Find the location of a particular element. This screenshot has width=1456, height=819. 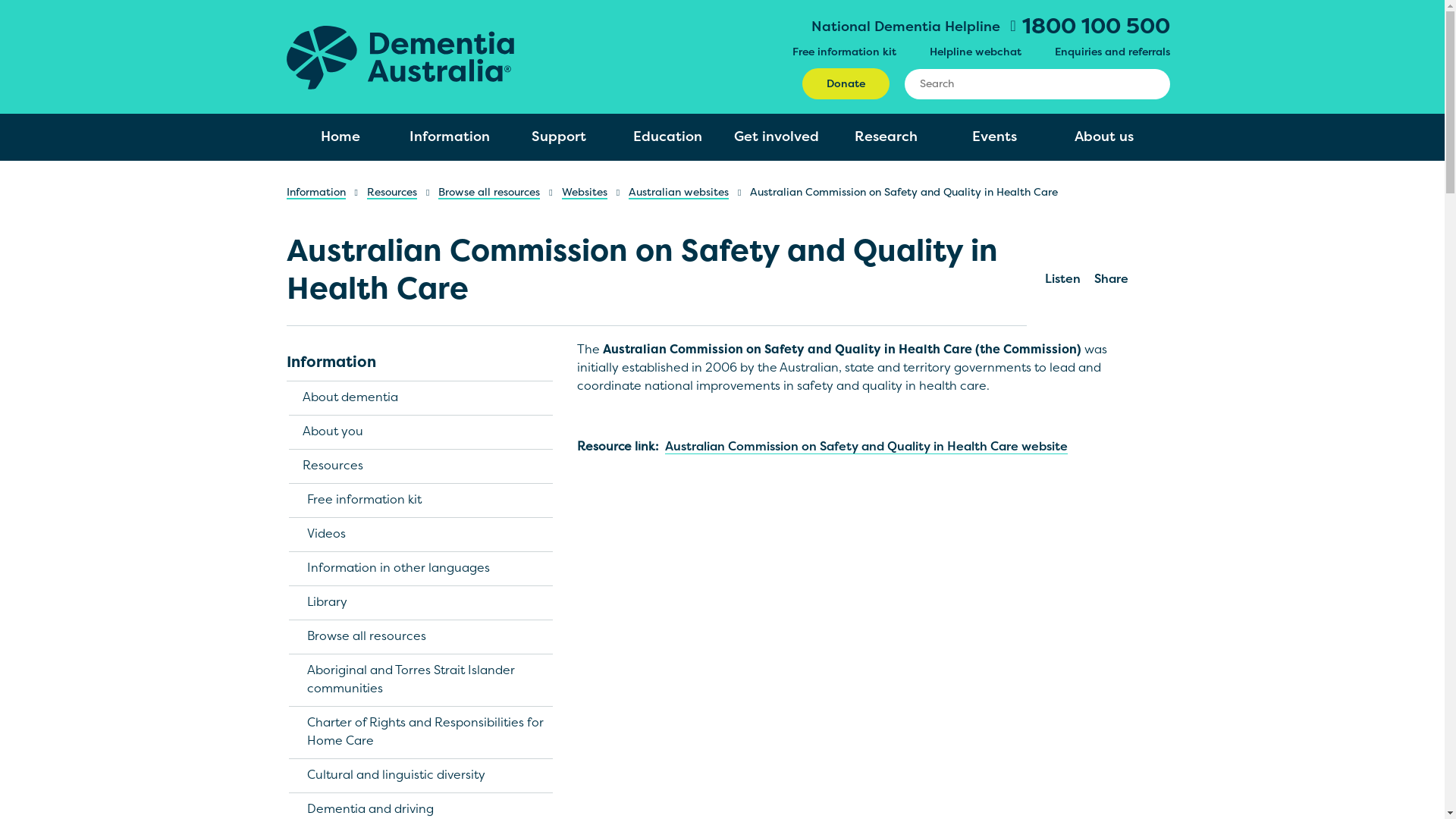

'Information' is located at coordinates (315, 193).